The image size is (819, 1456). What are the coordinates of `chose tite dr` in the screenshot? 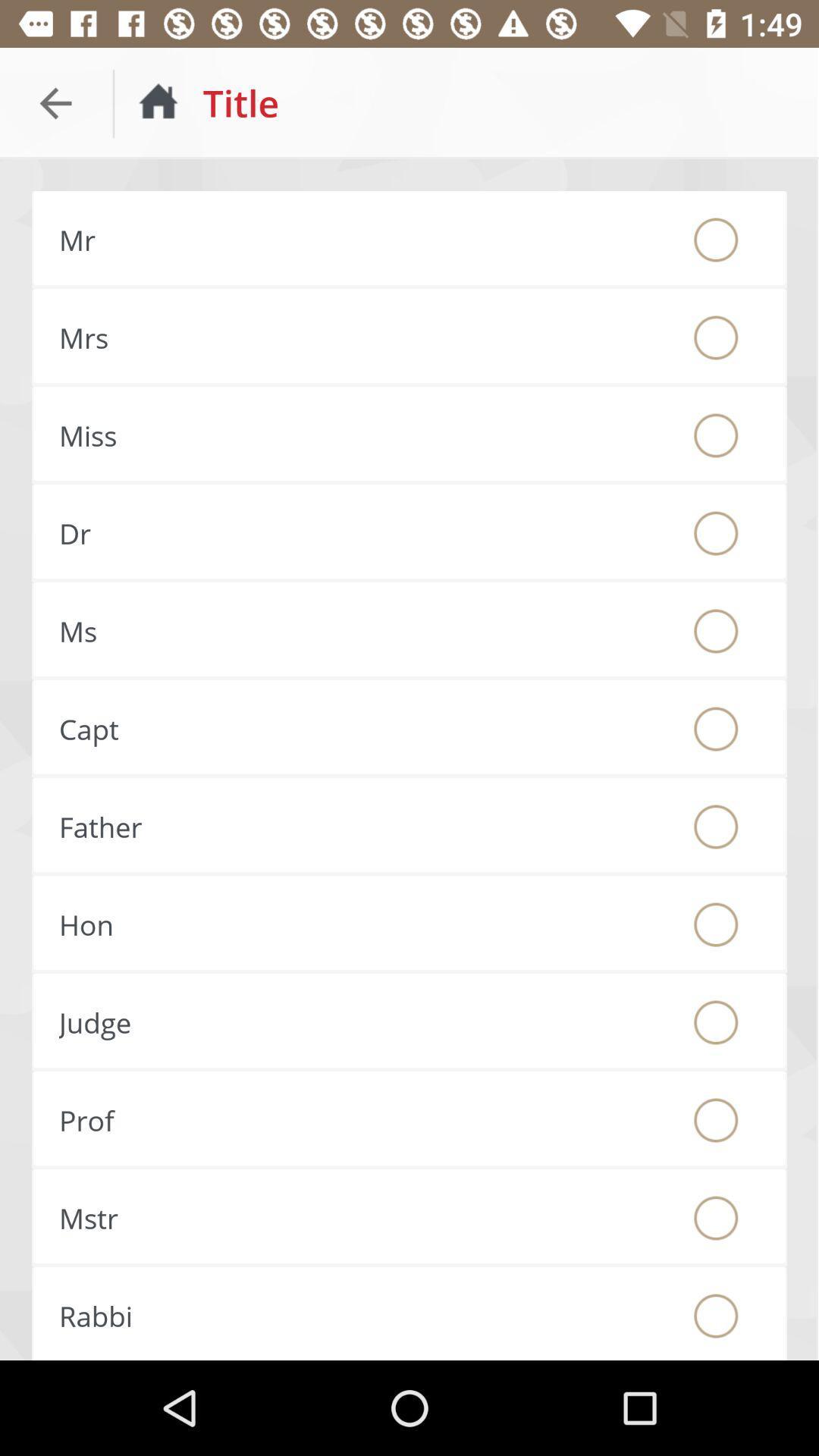 It's located at (716, 533).